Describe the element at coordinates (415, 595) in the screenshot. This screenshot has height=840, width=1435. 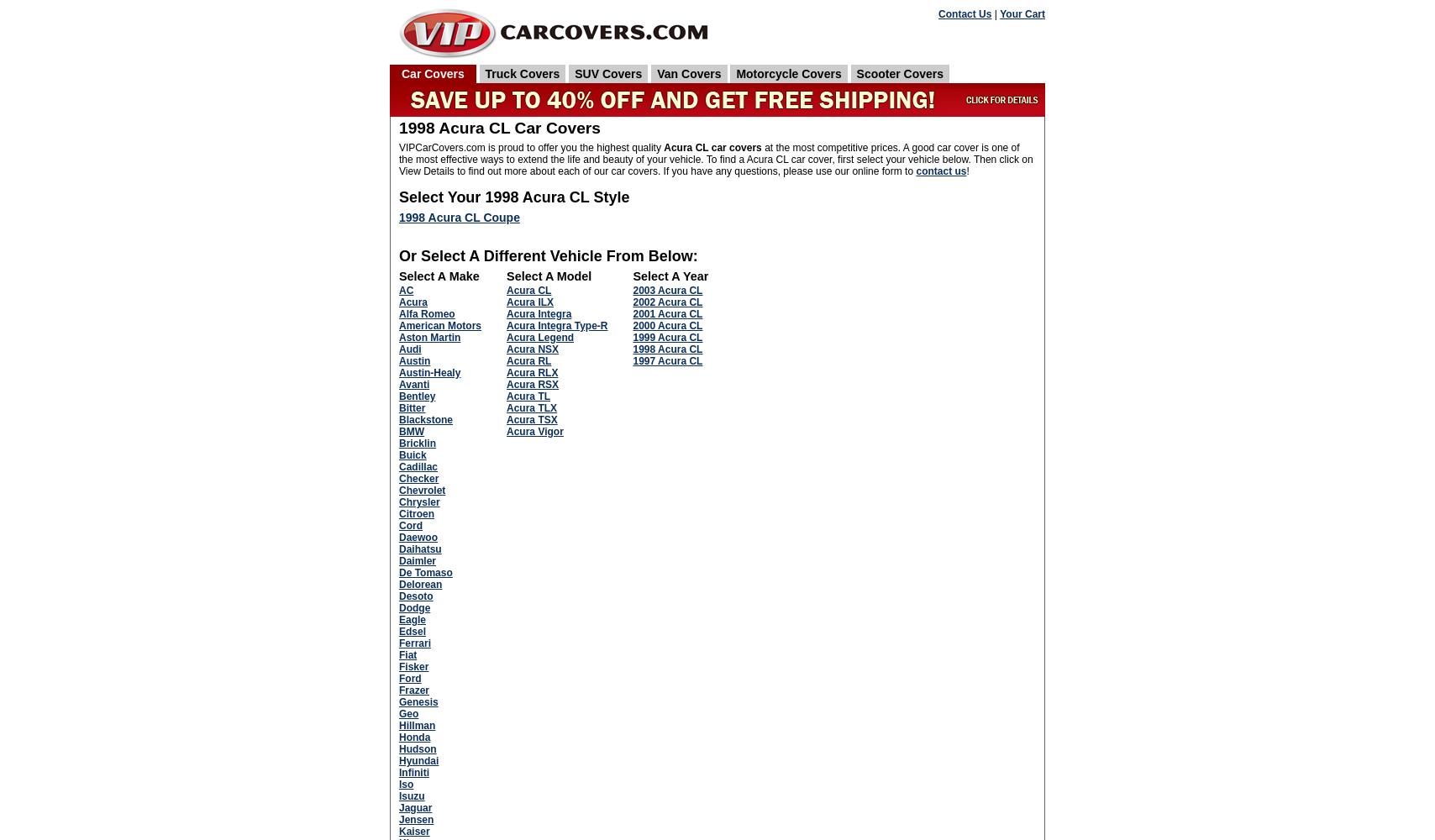
I see `'Desoto'` at that location.